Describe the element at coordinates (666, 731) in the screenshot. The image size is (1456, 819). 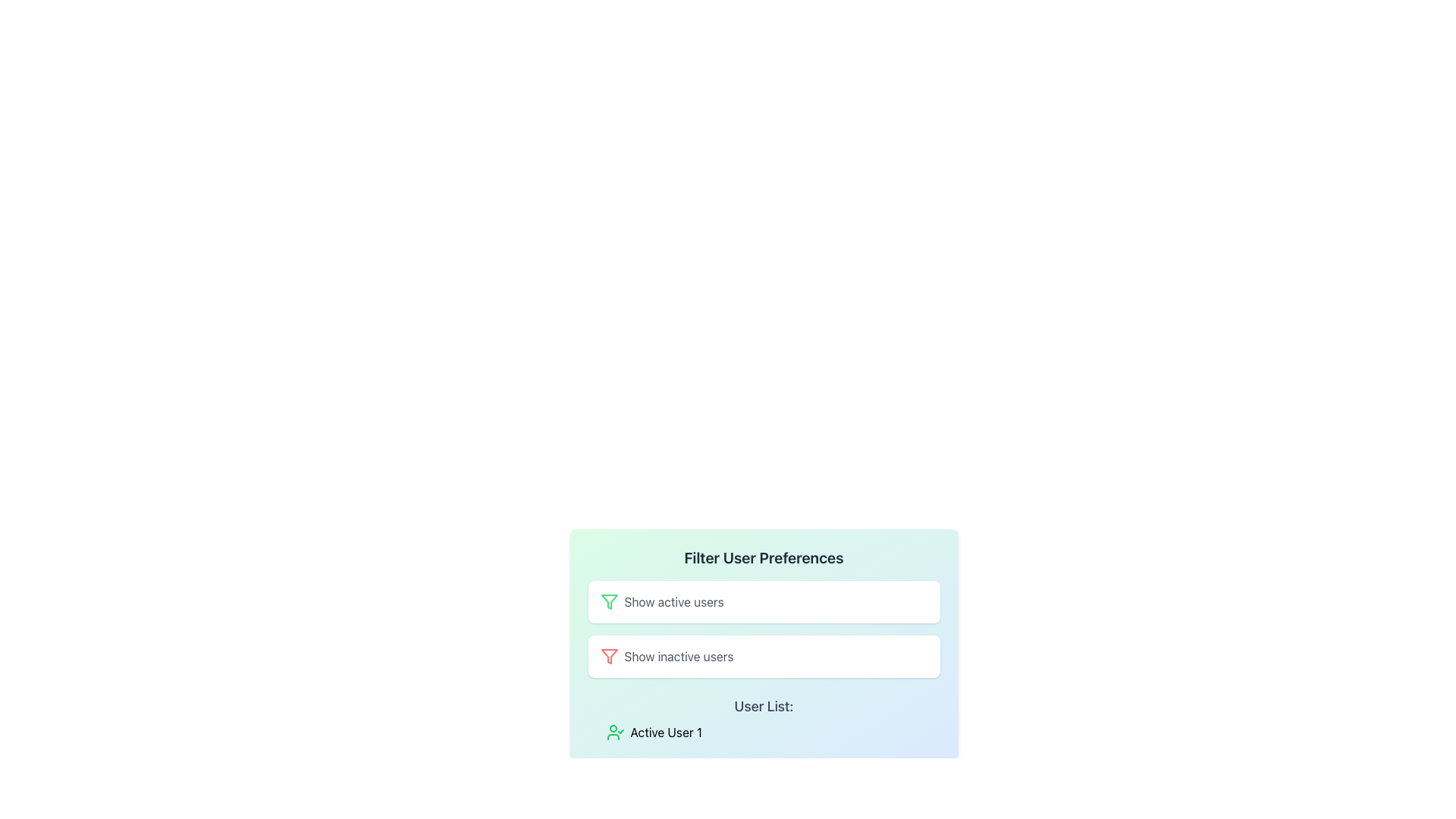
I see `the text label indicating 'Active User 1', which is positioned to the right of a user icon with a green checkmark under the 'User List' heading` at that location.